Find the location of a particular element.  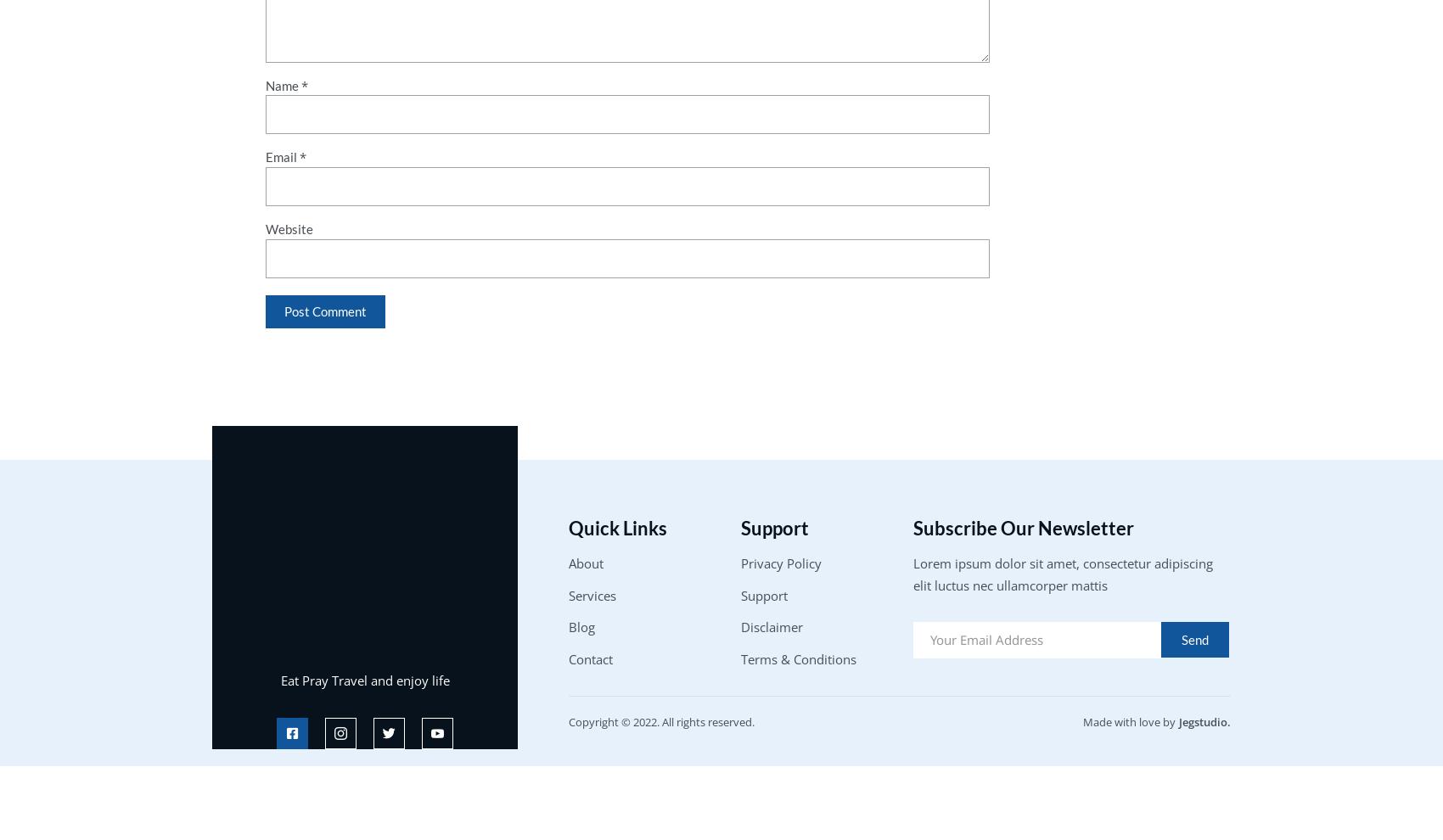

'Services' is located at coordinates (568, 594).